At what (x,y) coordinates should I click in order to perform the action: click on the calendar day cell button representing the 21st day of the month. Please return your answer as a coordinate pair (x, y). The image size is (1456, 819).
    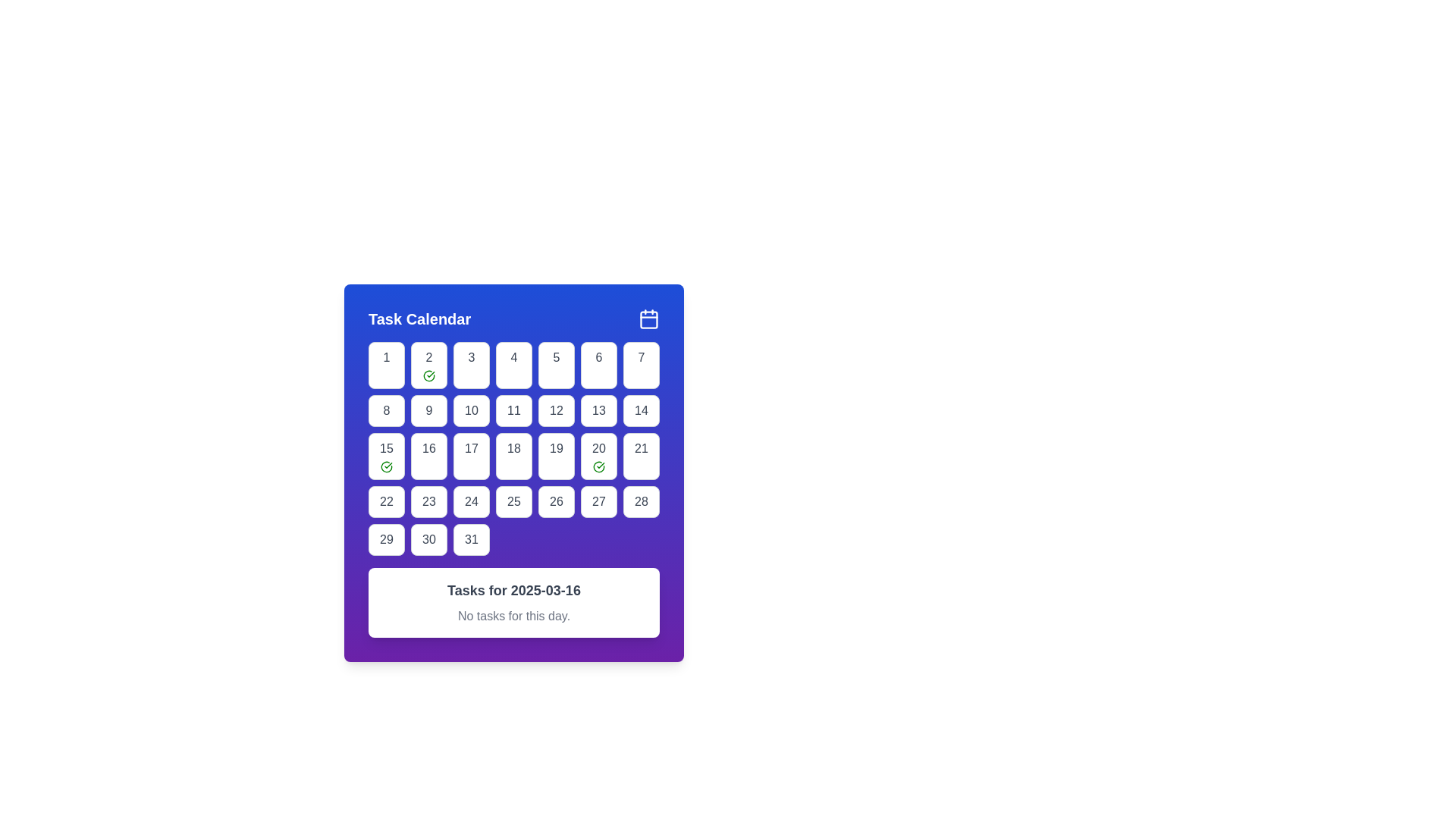
    Looking at the image, I should click on (641, 455).